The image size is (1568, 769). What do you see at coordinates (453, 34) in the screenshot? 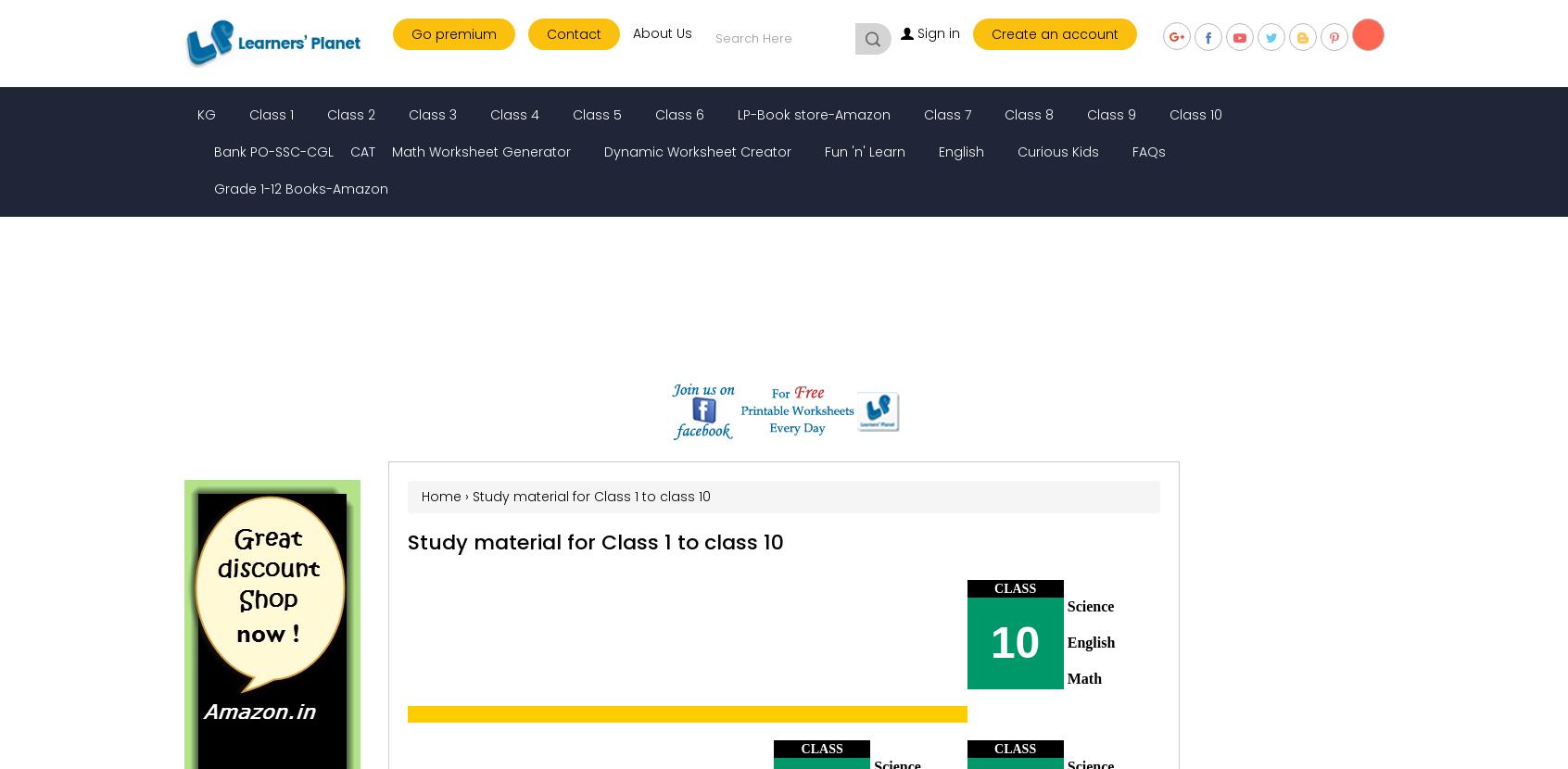
I see `'Go premium'` at bounding box center [453, 34].